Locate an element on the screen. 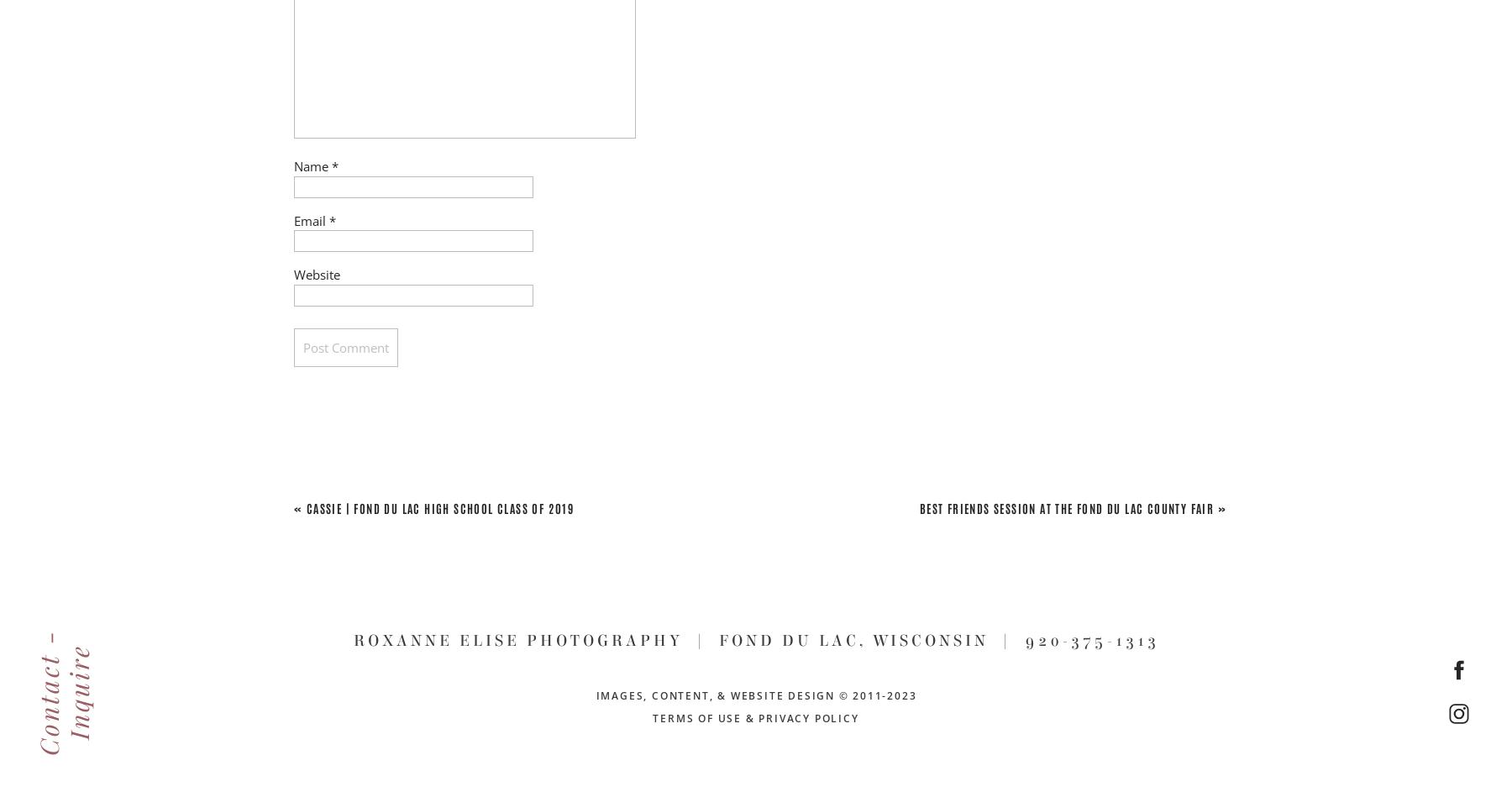  'Best Friends Session at the Fond du Lac County Fair' is located at coordinates (1066, 506).